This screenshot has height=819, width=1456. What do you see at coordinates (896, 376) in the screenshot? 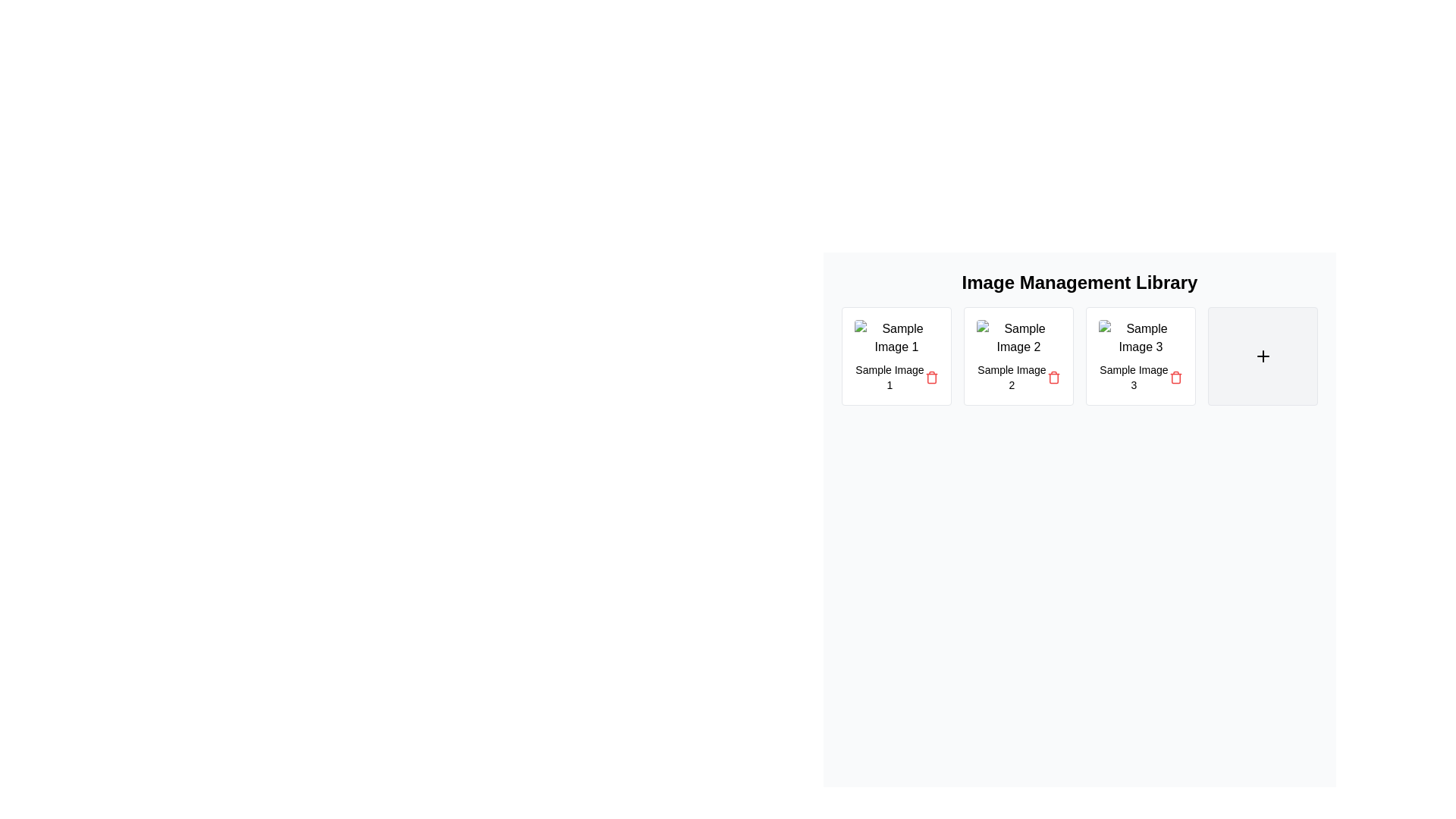
I see `text content of the label located beneath 'Sample Image 1' in the first card of the grid layout` at bounding box center [896, 376].